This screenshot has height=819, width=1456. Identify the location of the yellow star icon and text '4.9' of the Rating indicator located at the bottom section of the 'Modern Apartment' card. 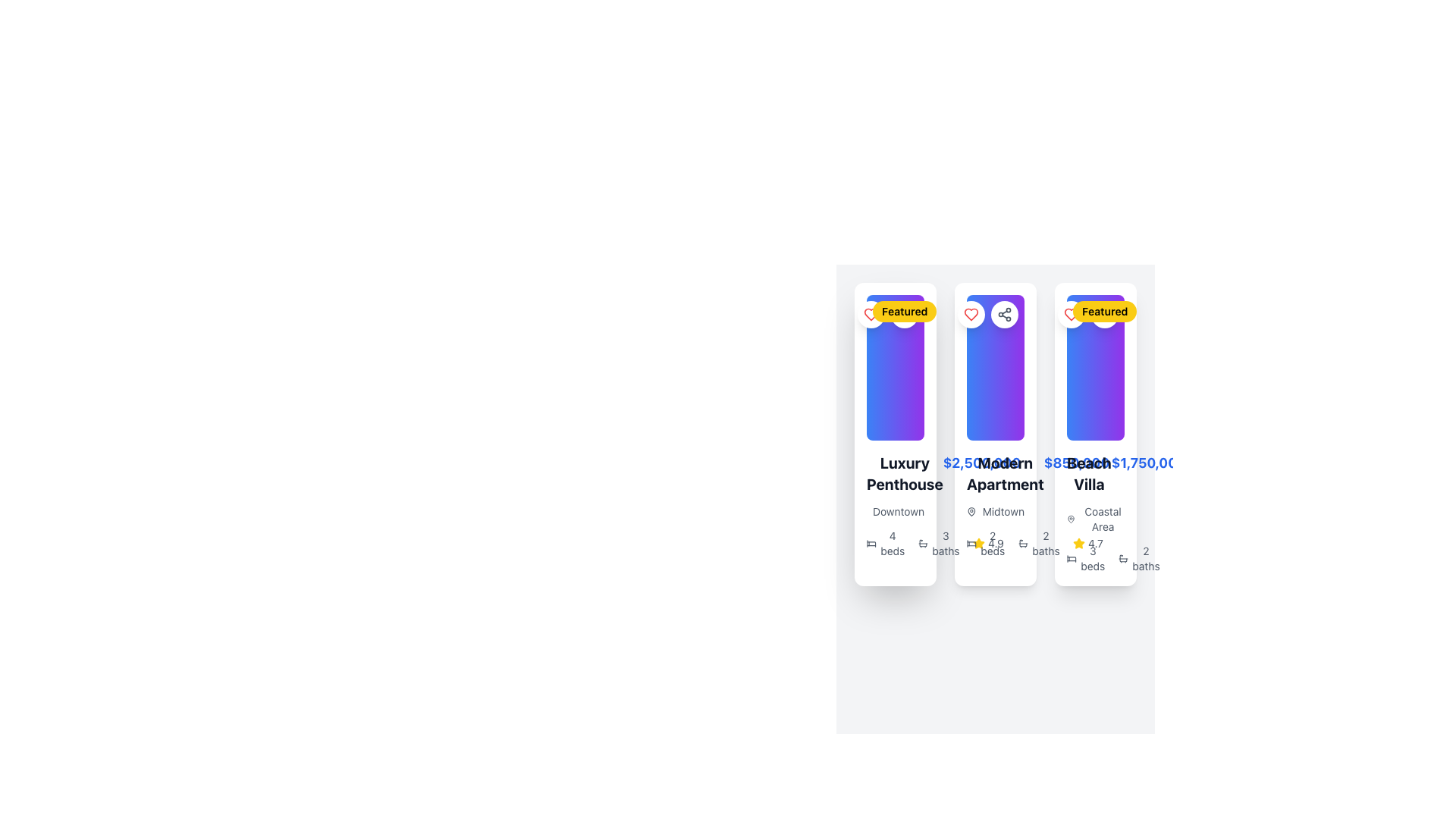
(988, 543).